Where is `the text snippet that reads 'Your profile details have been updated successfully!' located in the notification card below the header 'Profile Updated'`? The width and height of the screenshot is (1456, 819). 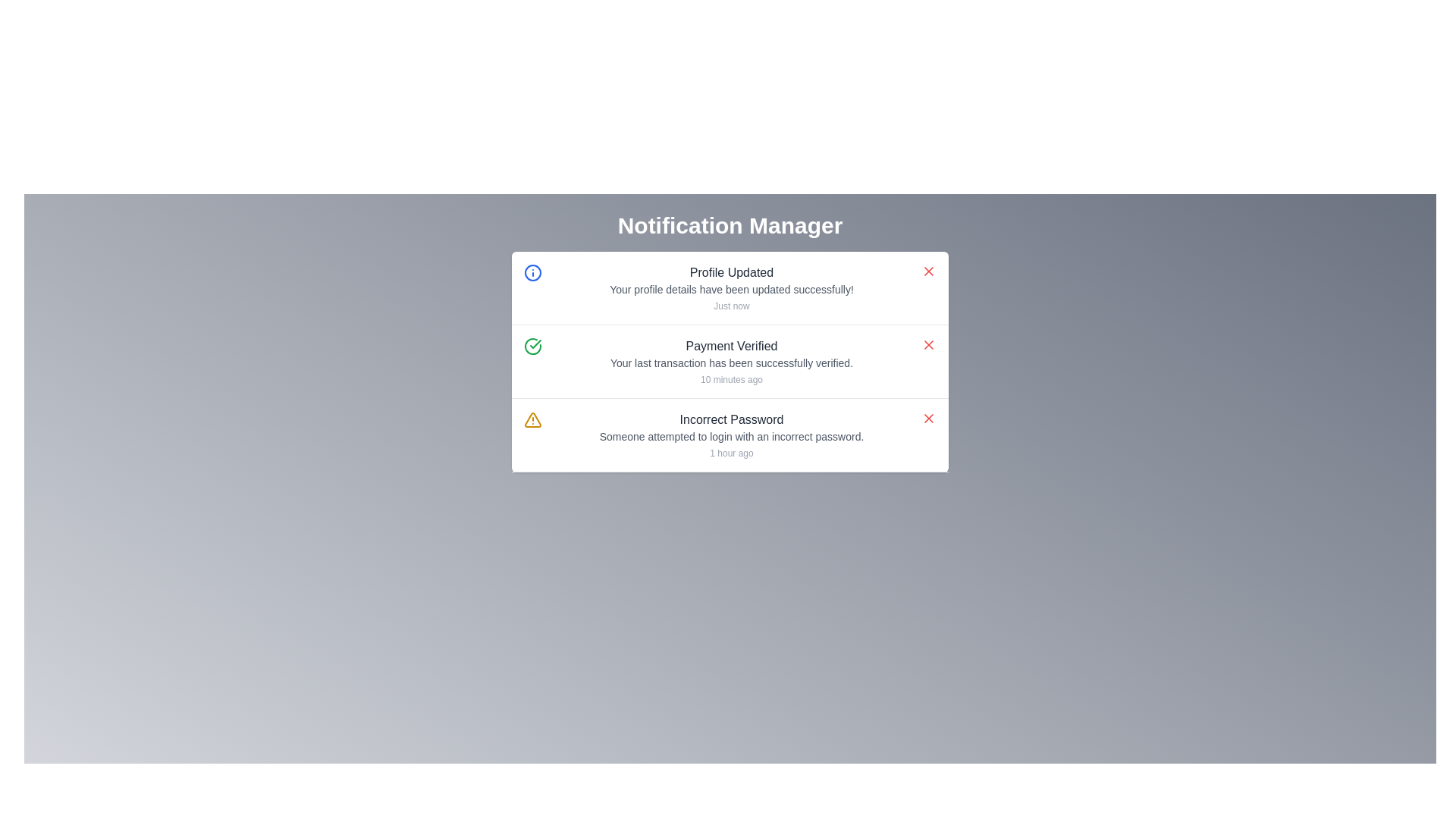
the text snippet that reads 'Your profile details have been updated successfully!' located in the notification card below the header 'Profile Updated' is located at coordinates (731, 289).